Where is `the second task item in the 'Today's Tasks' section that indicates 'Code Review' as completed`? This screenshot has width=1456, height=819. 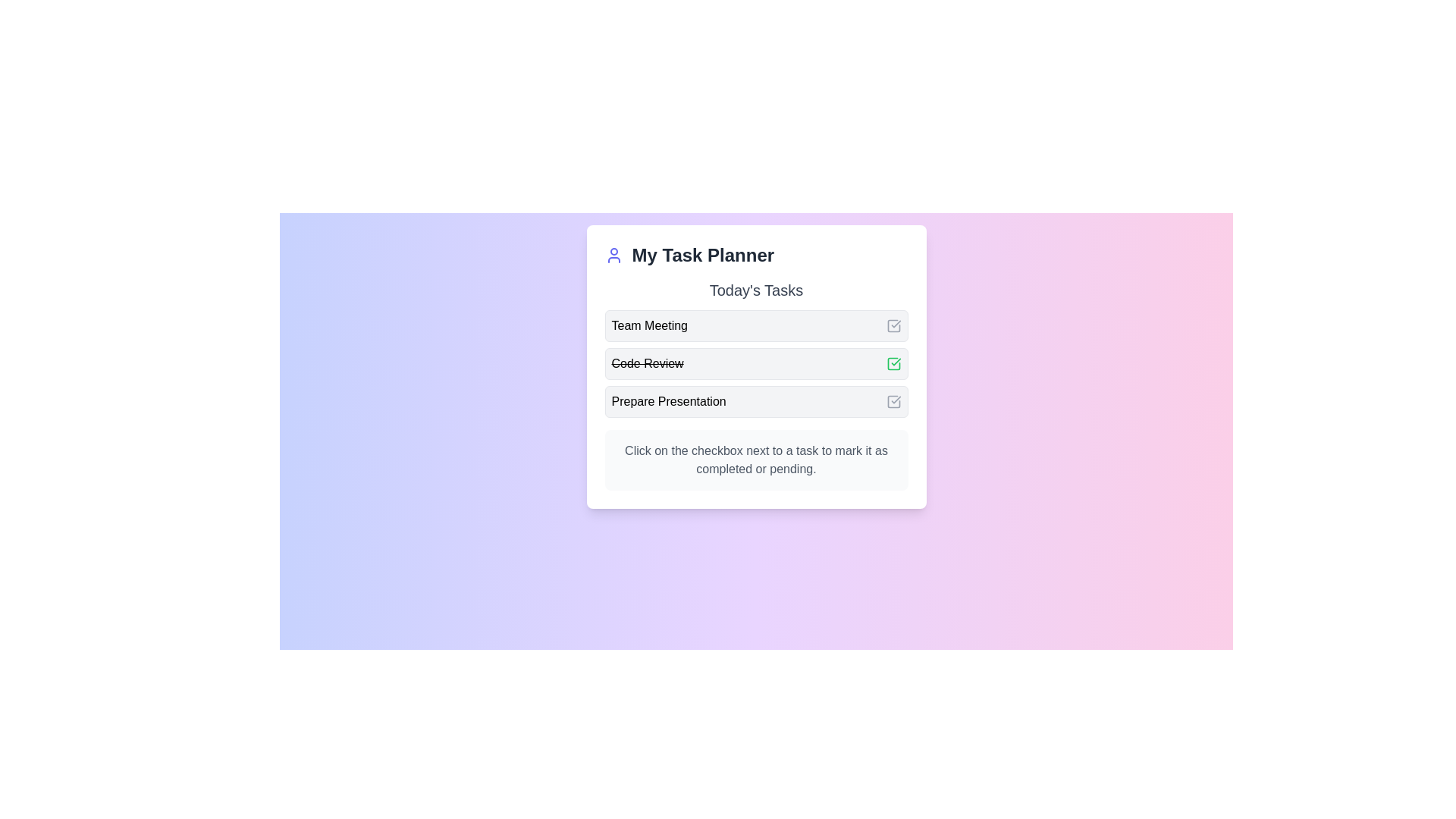 the second task item in the 'Today's Tasks' section that indicates 'Code Review' as completed is located at coordinates (756, 363).